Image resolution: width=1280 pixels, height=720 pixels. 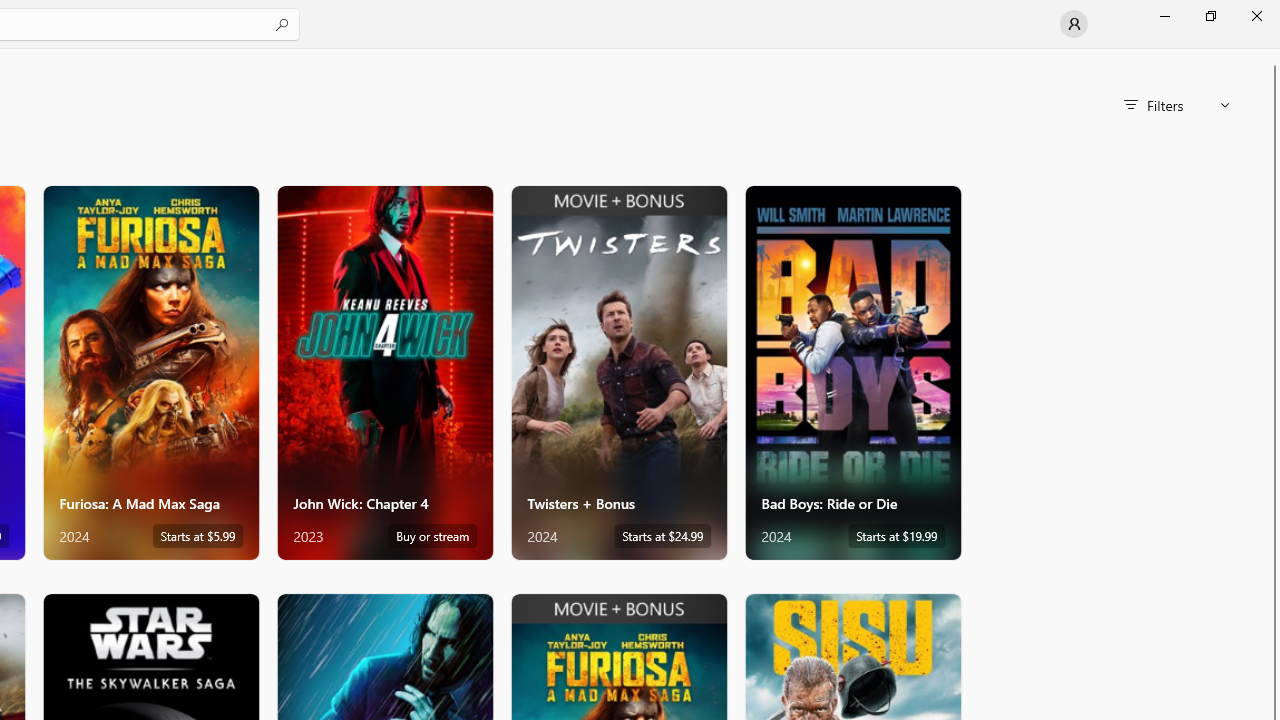 What do you see at coordinates (1209, 15) in the screenshot?
I see `'Restore Microsoft Store'` at bounding box center [1209, 15].